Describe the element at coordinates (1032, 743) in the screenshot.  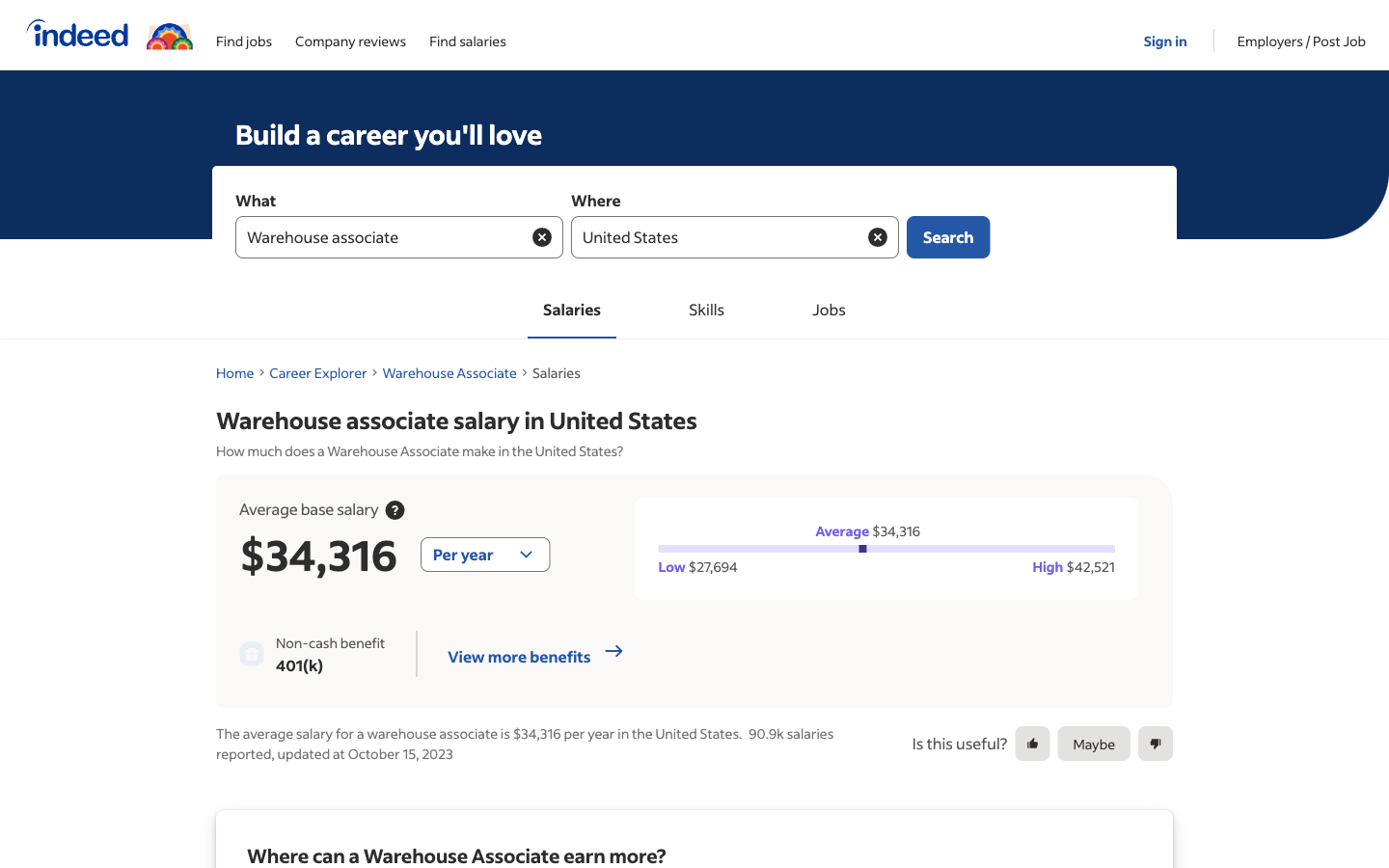
I see `Give positive feedback to recommendation` at that location.